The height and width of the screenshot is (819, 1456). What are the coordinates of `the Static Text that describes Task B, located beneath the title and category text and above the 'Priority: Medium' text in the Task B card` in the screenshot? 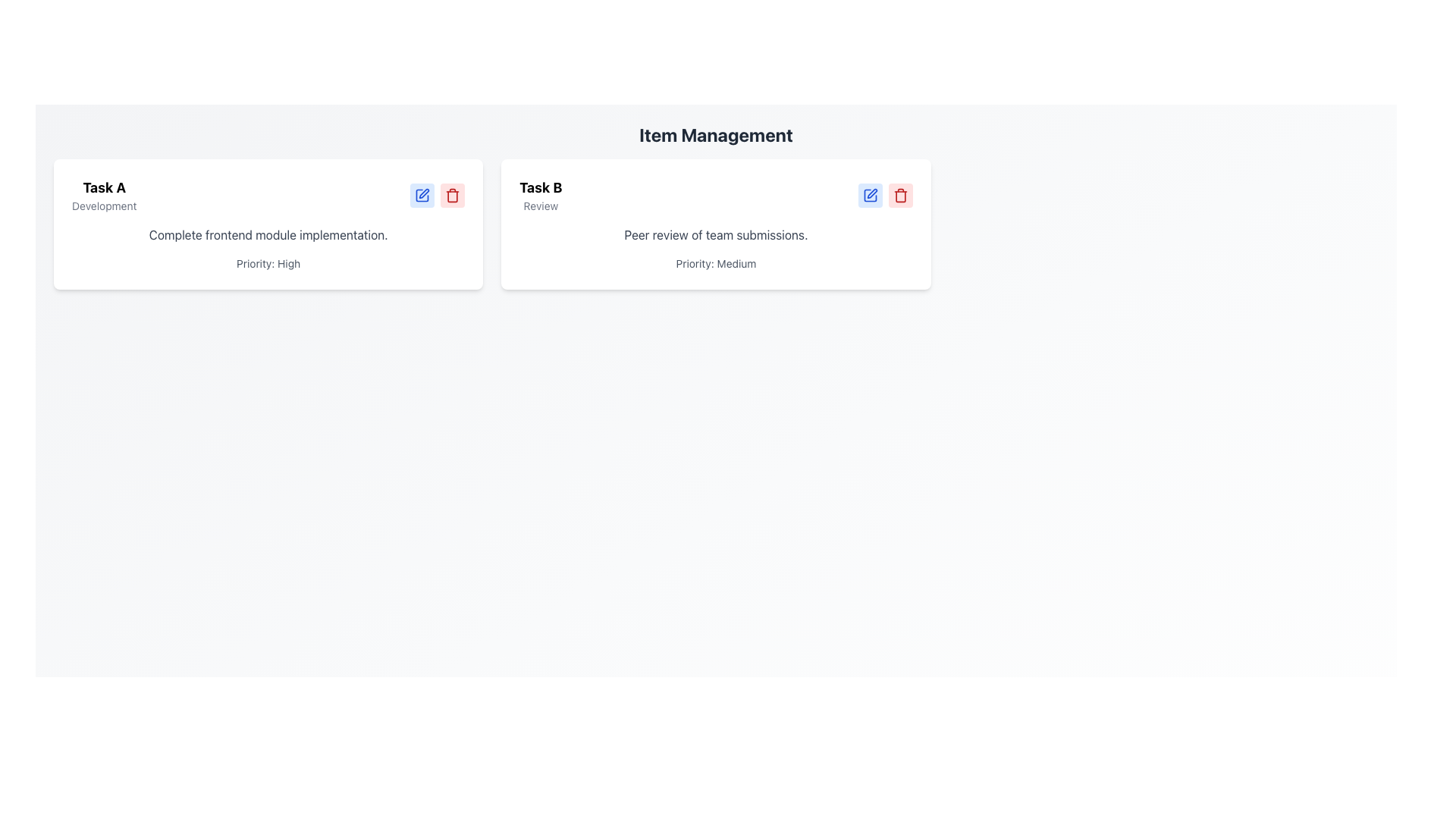 It's located at (715, 234).